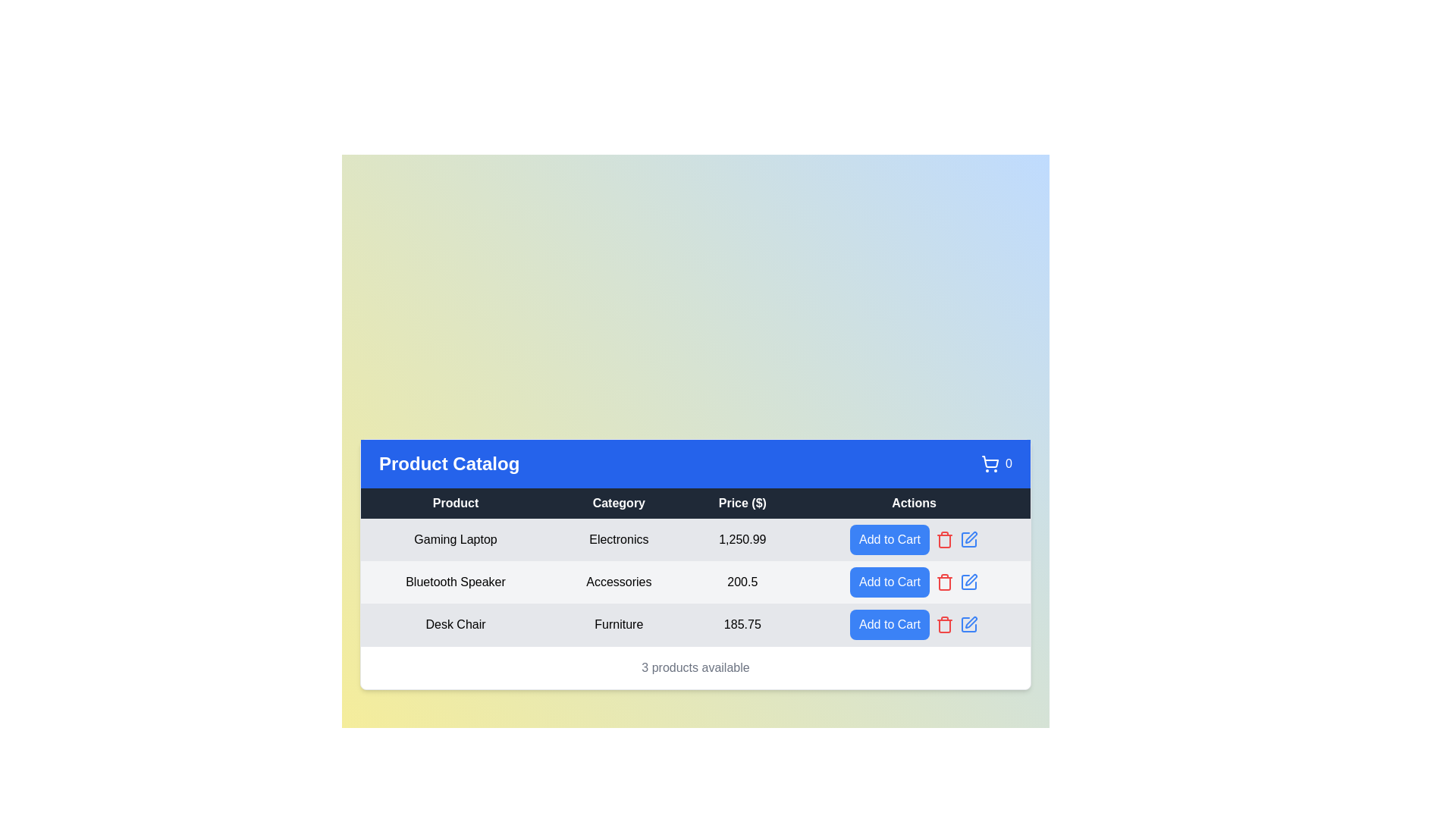 The height and width of the screenshot is (819, 1456). Describe the element at coordinates (913, 624) in the screenshot. I see `the first button in the horizontal group under the 'Actions' column in the last row of the product table` at that location.